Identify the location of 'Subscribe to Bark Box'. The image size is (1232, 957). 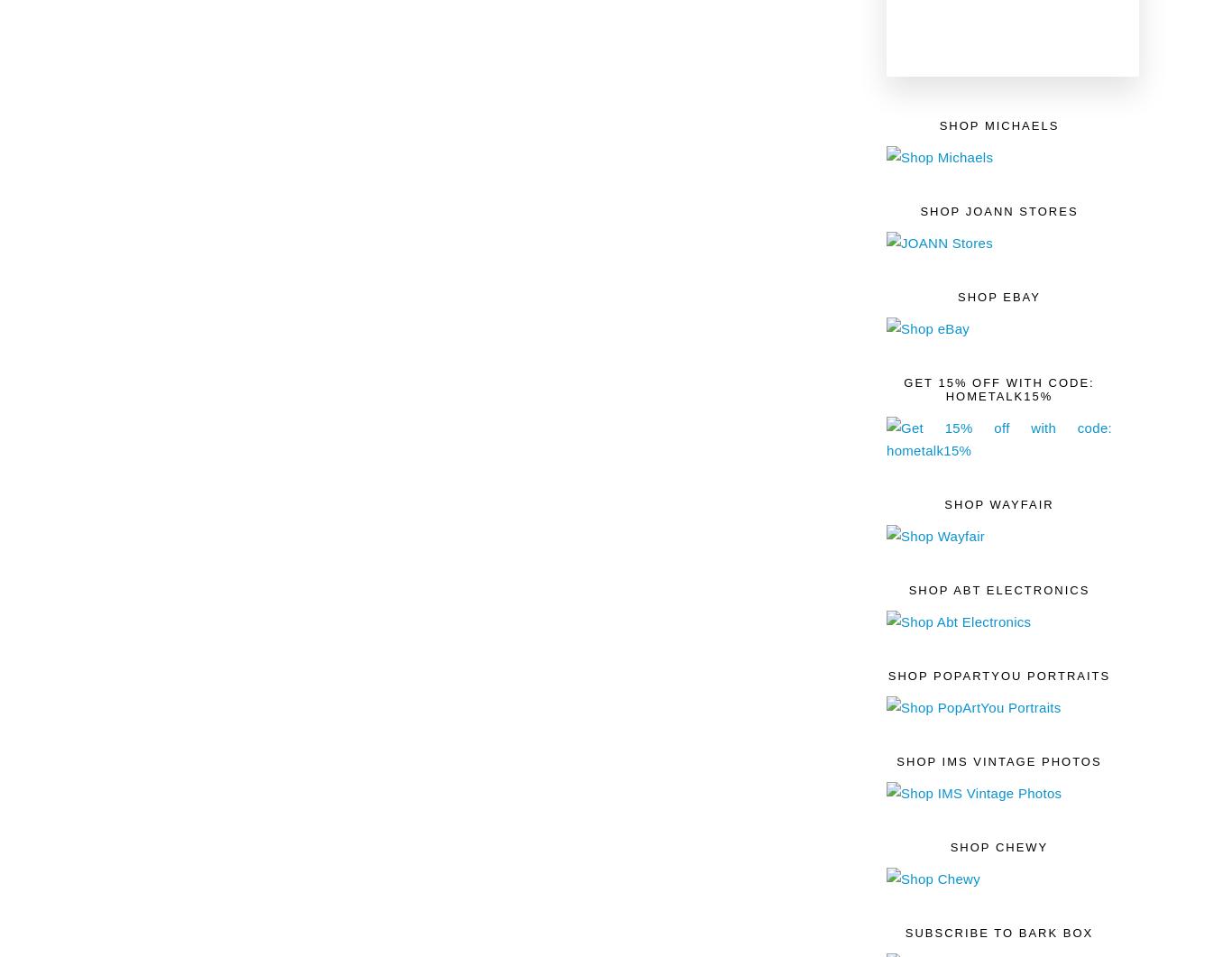
(998, 931).